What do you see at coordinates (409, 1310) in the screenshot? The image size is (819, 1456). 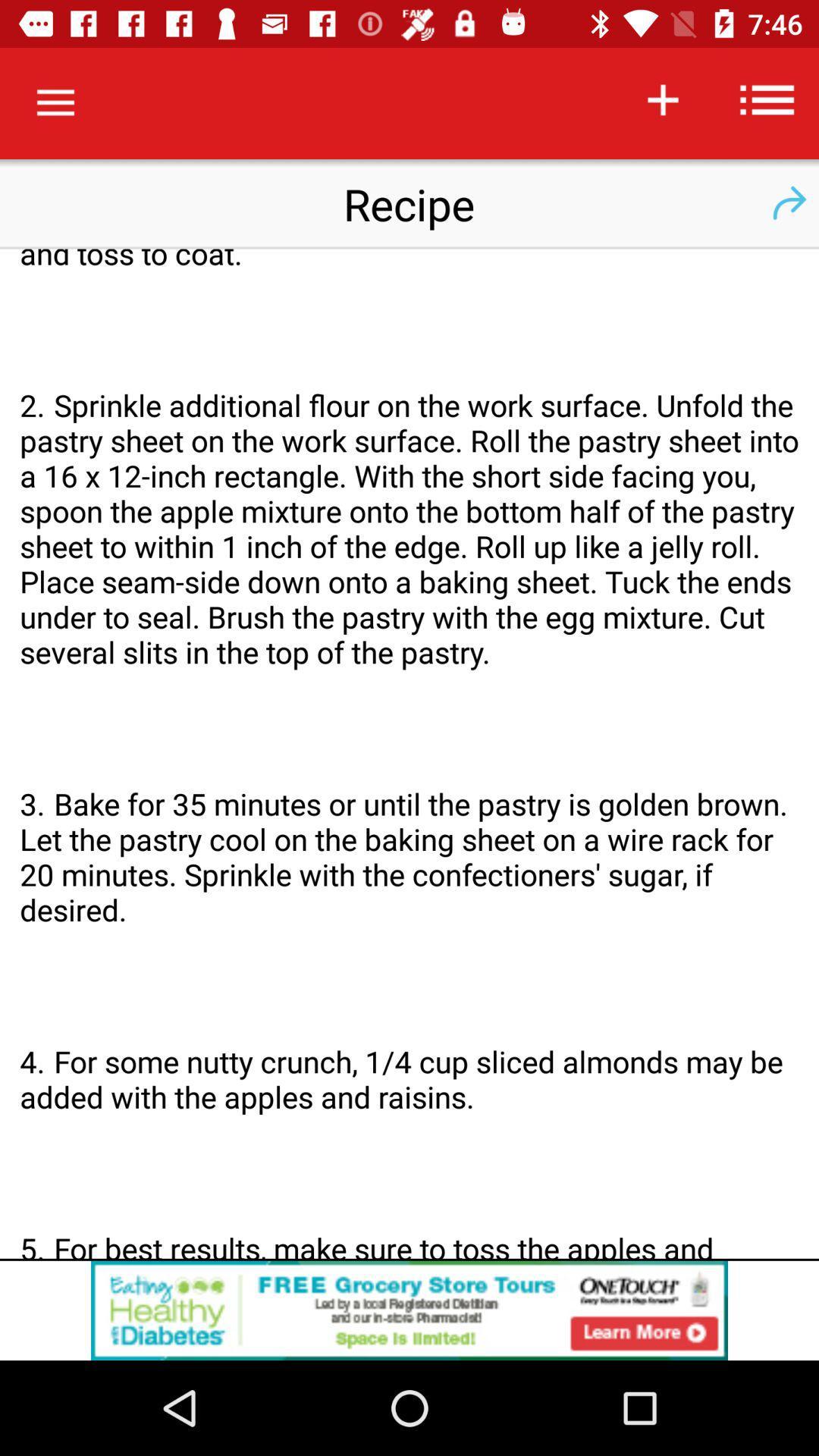 I see `click the advertisement` at bounding box center [409, 1310].